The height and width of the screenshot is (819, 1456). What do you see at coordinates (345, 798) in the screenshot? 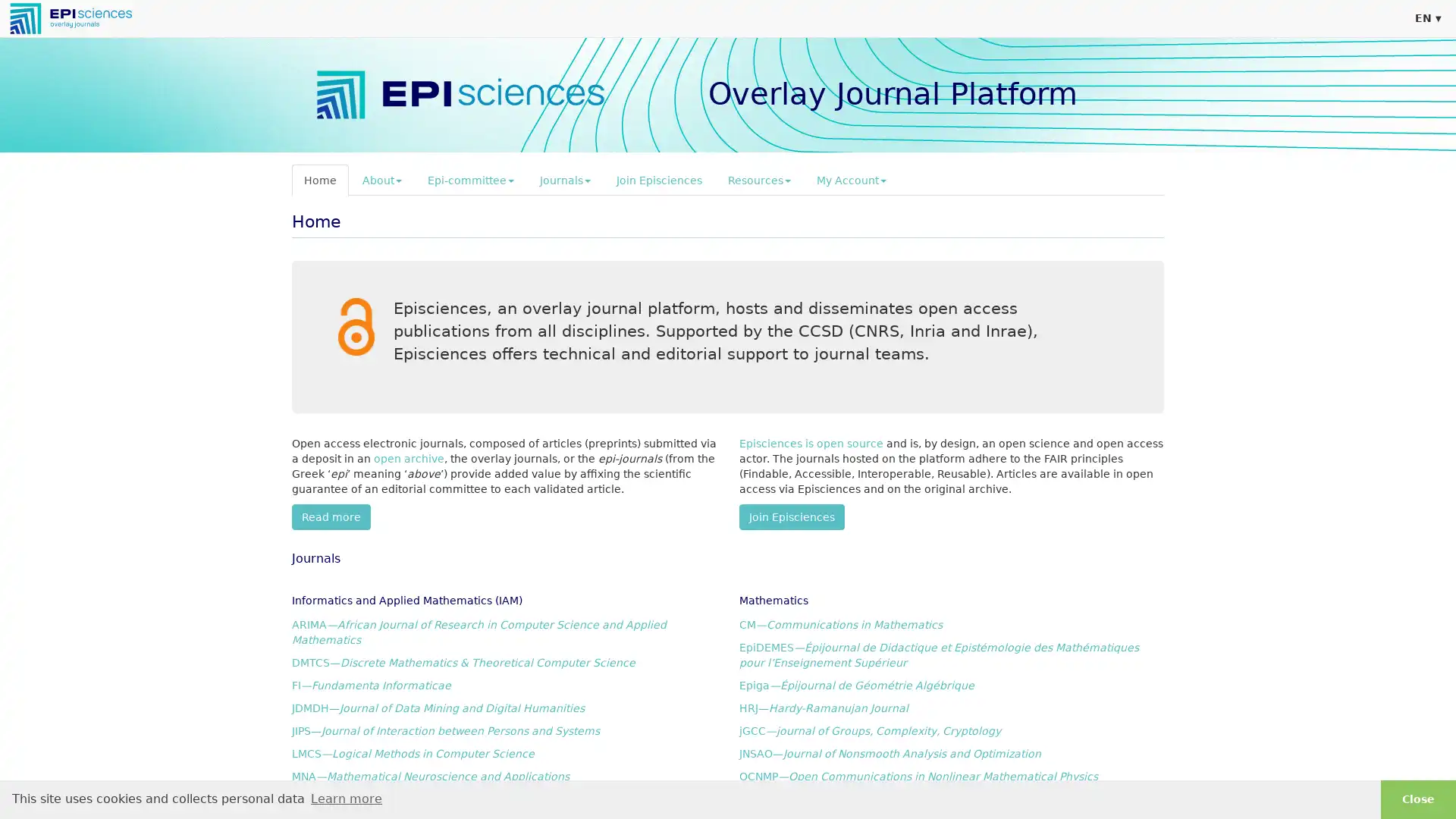
I see `learn more about cookies` at bounding box center [345, 798].